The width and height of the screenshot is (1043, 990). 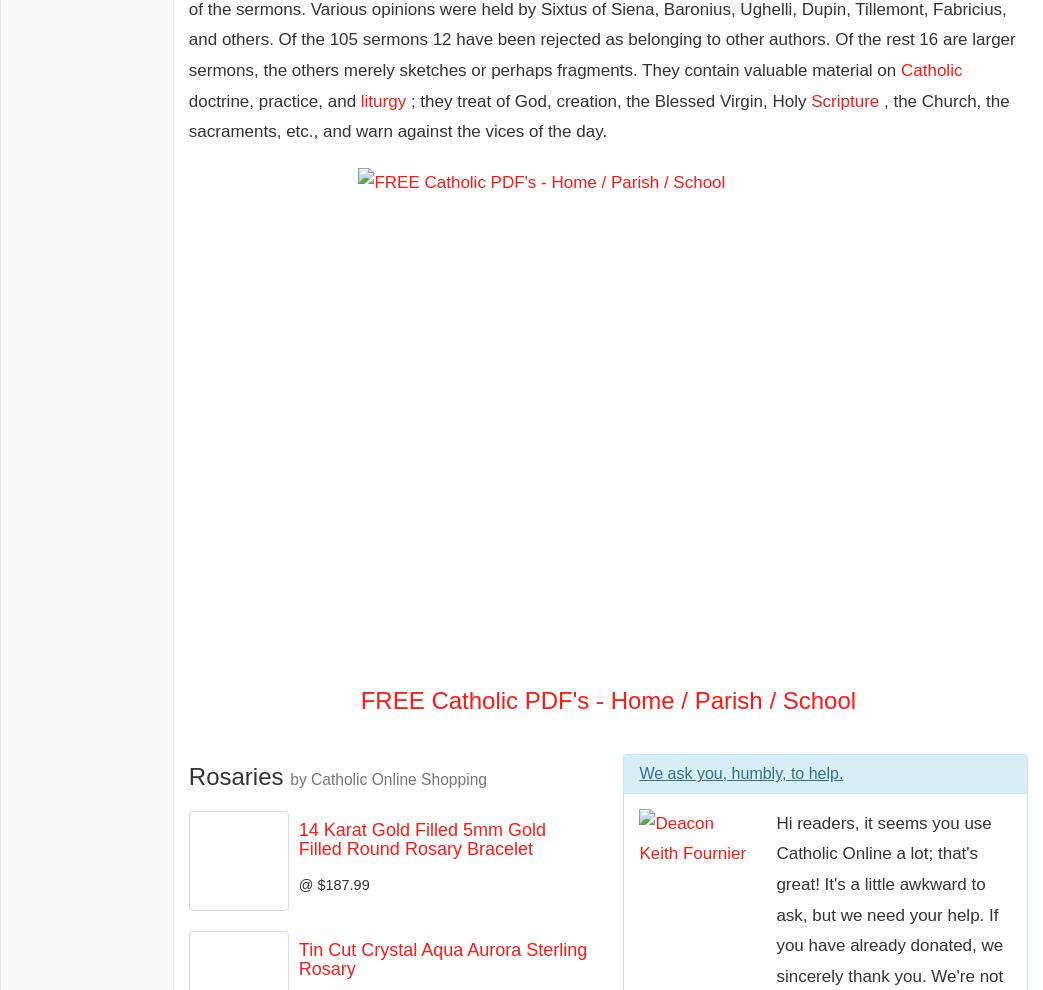 What do you see at coordinates (332, 884) in the screenshot?
I see `'@ $187.99'` at bounding box center [332, 884].